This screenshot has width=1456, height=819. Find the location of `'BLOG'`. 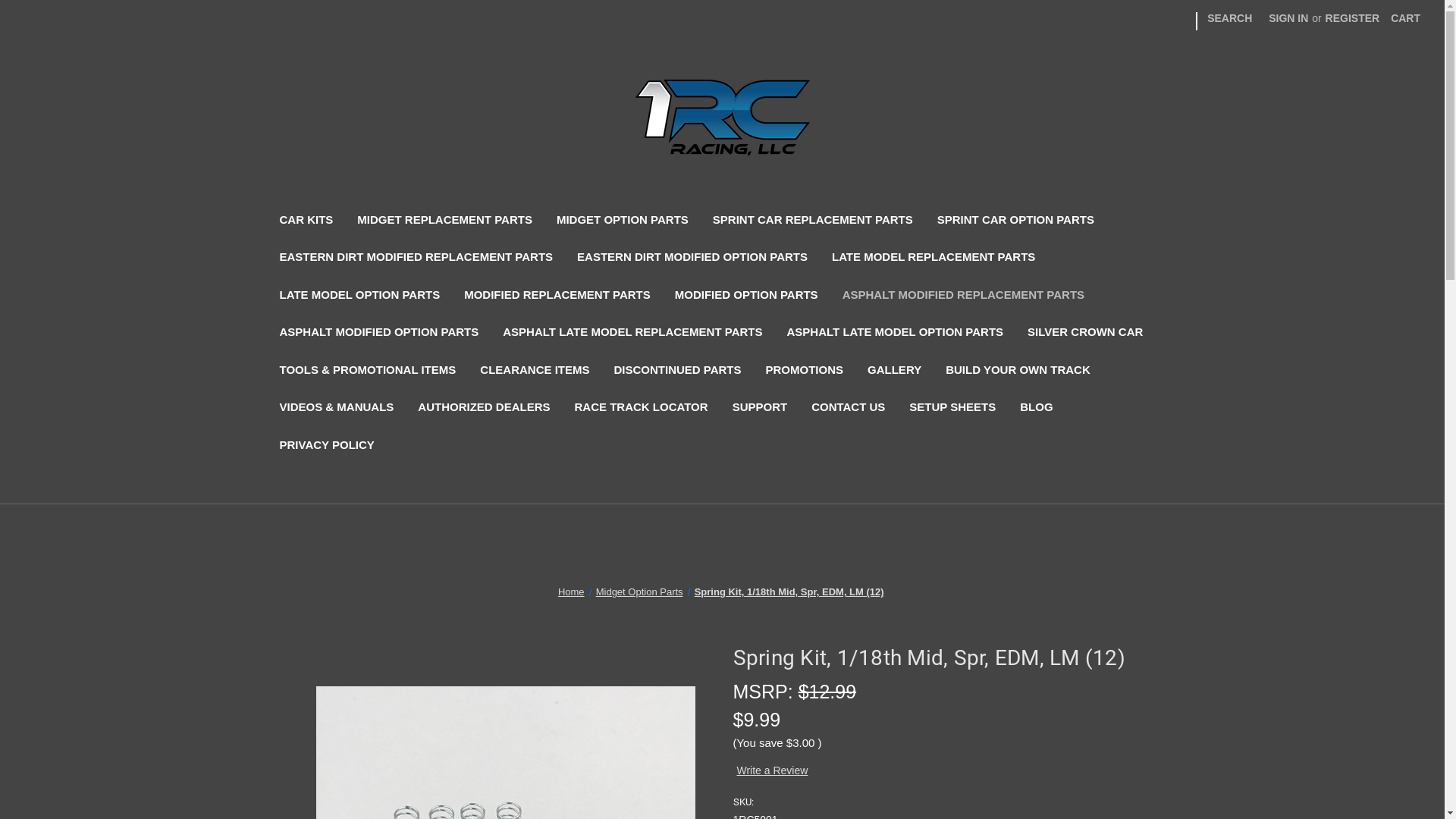

'BLOG' is located at coordinates (1035, 408).